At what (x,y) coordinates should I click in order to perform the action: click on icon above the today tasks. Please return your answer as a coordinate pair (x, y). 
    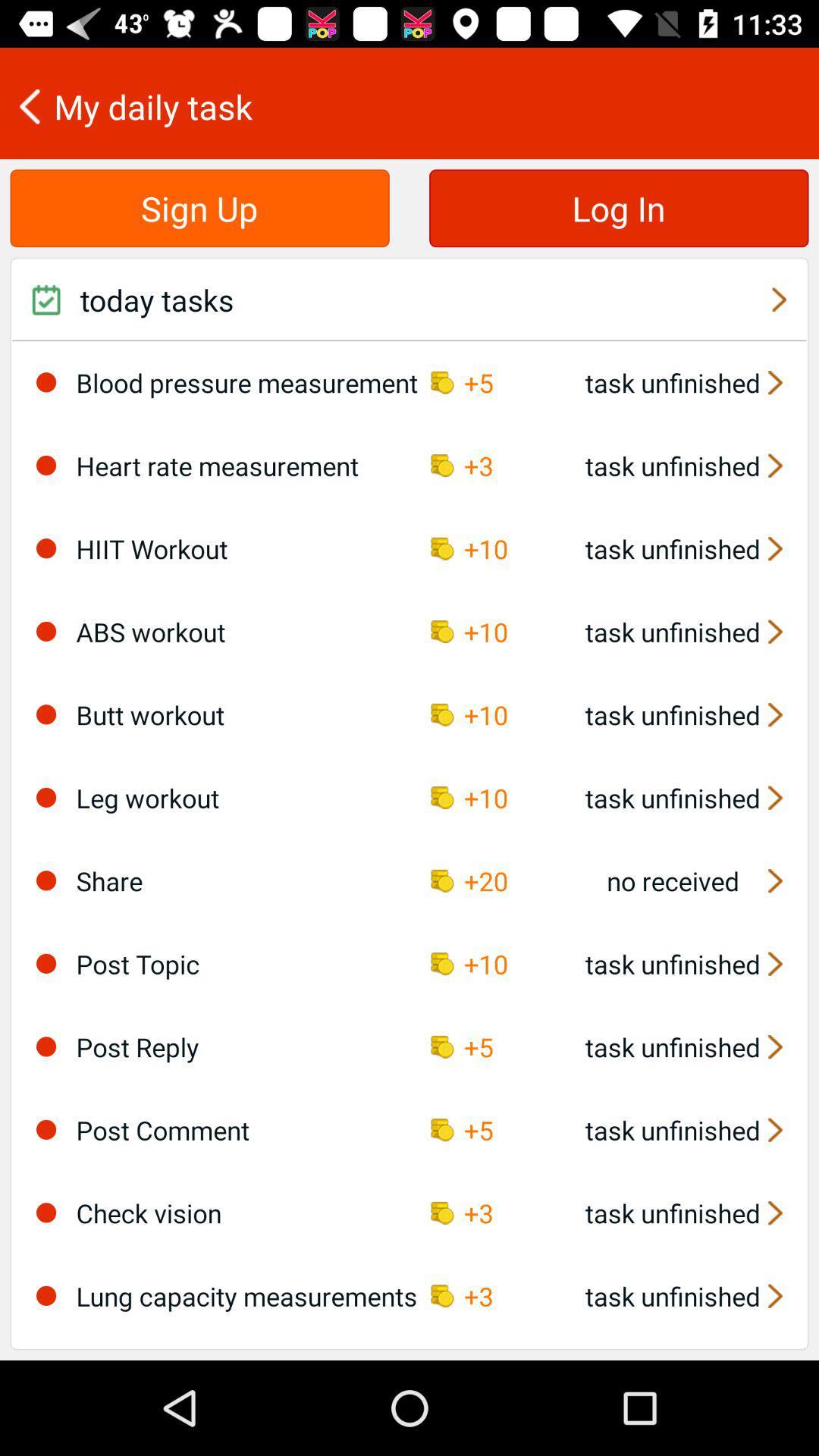
    Looking at the image, I should click on (619, 207).